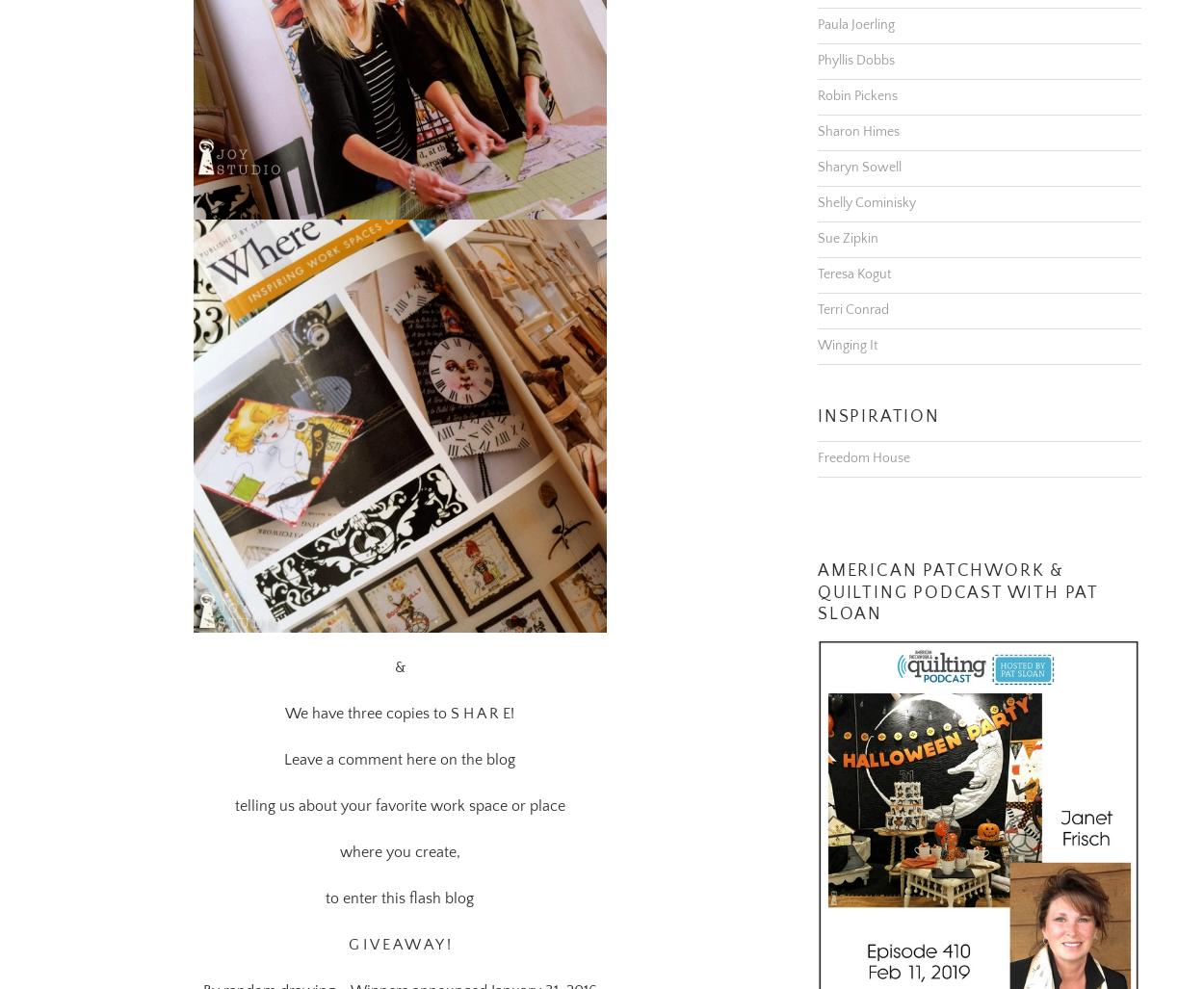 The height and width of the screenshot is (989, 1204). What do you see at coordinates (400, 873) in the screenshot?
I see `'to enter this flash blog'` at bounding box center [400, 873].